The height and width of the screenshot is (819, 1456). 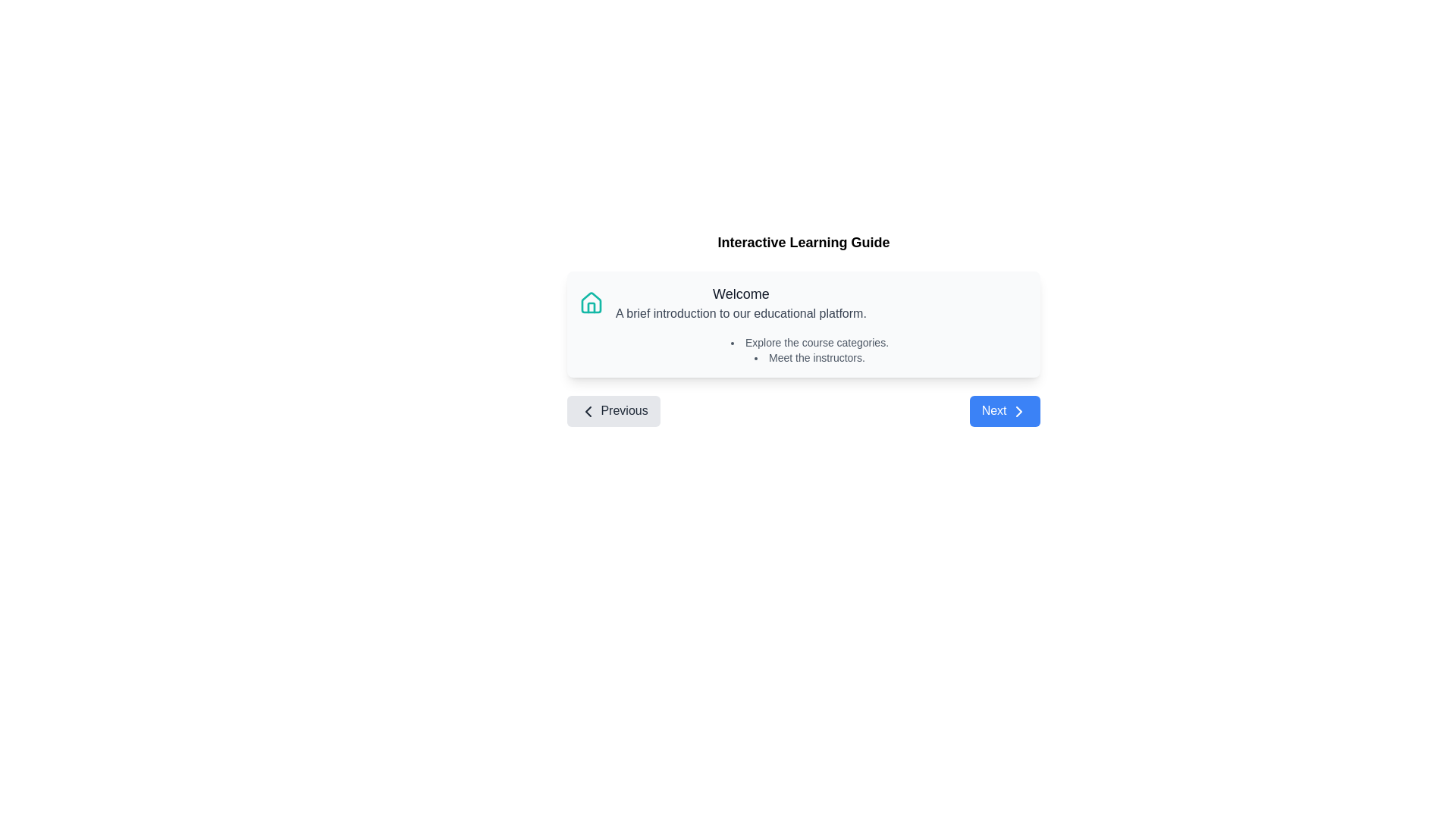 What do you see at coordinates (809, 357) in the screenshot?
I see `the static text element that reads 'Meet the instructors.', which is styled as a bullet point item in a list, located in the second position of the instructional guide panel` at bounding box center [809, 357].